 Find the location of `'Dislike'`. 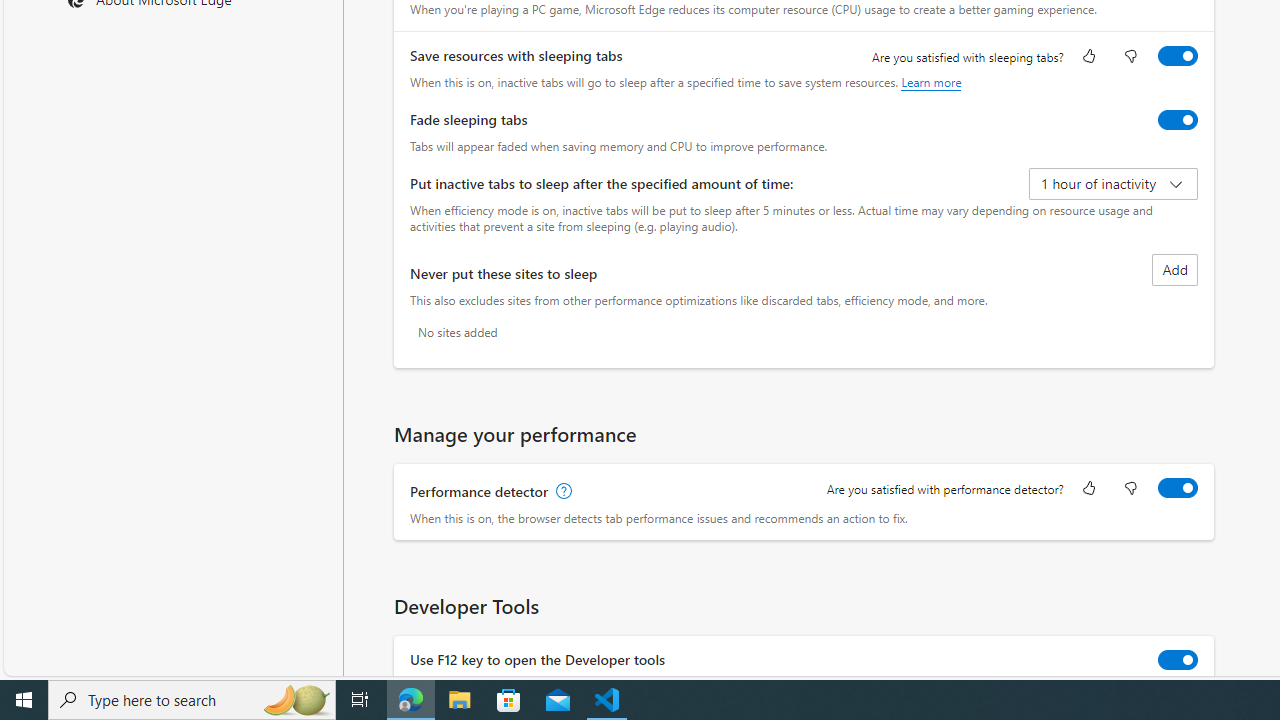

'Dislike' is located at coordinates (1130, 489).